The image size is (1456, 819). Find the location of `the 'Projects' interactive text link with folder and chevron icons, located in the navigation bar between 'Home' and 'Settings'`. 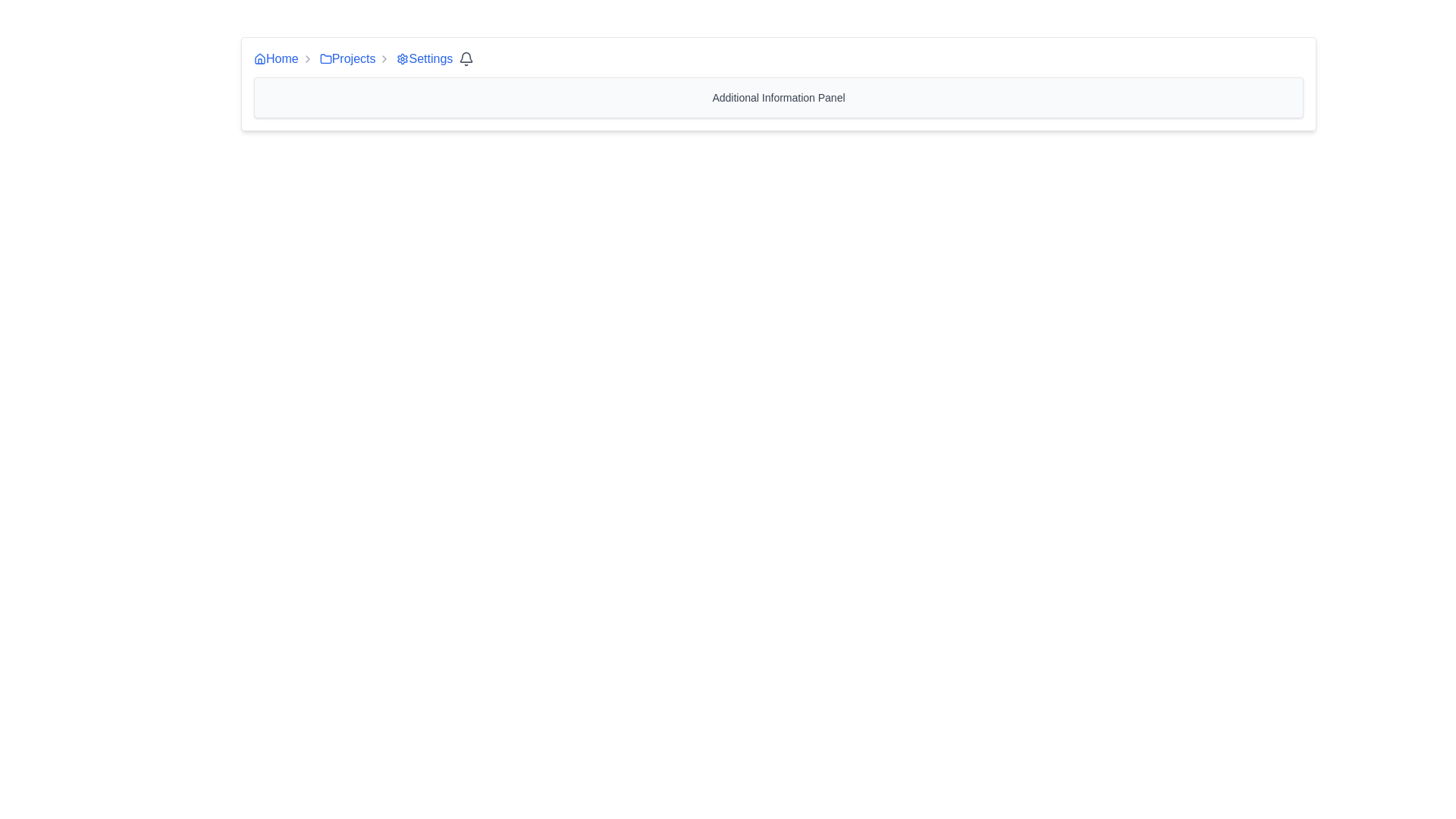

the 'Projects' interactive text link with folder and chevron icons, located in the navigation bar between 'Home' and 'Settings' is located at coordinates (354, 58).